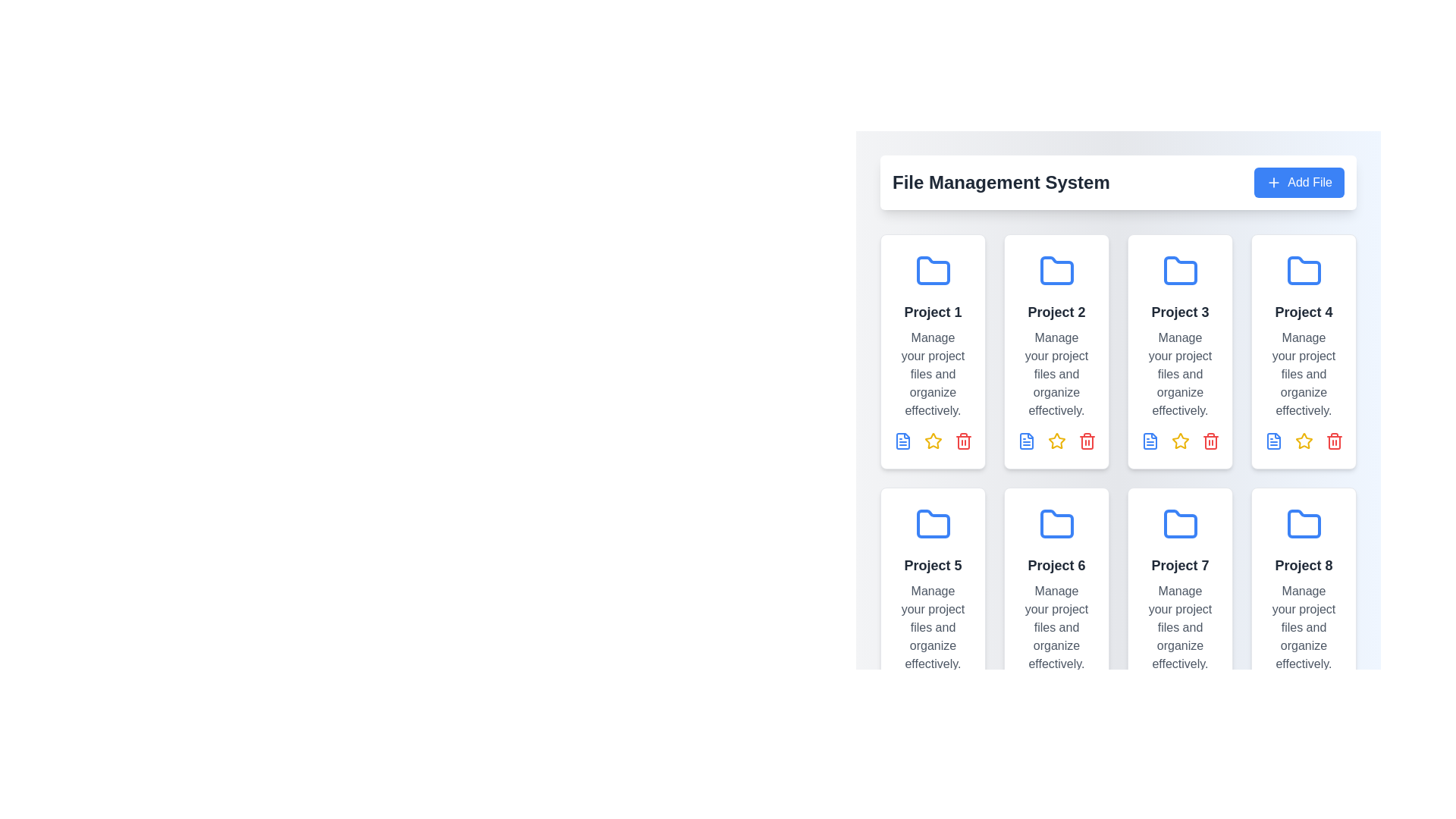 The height and width of the screenshot is (819, 1456). I want to click on the stylized document icon located within the first file card in the top row, positioned under the header and above the file's interactive action icons, so click(1026, 441).